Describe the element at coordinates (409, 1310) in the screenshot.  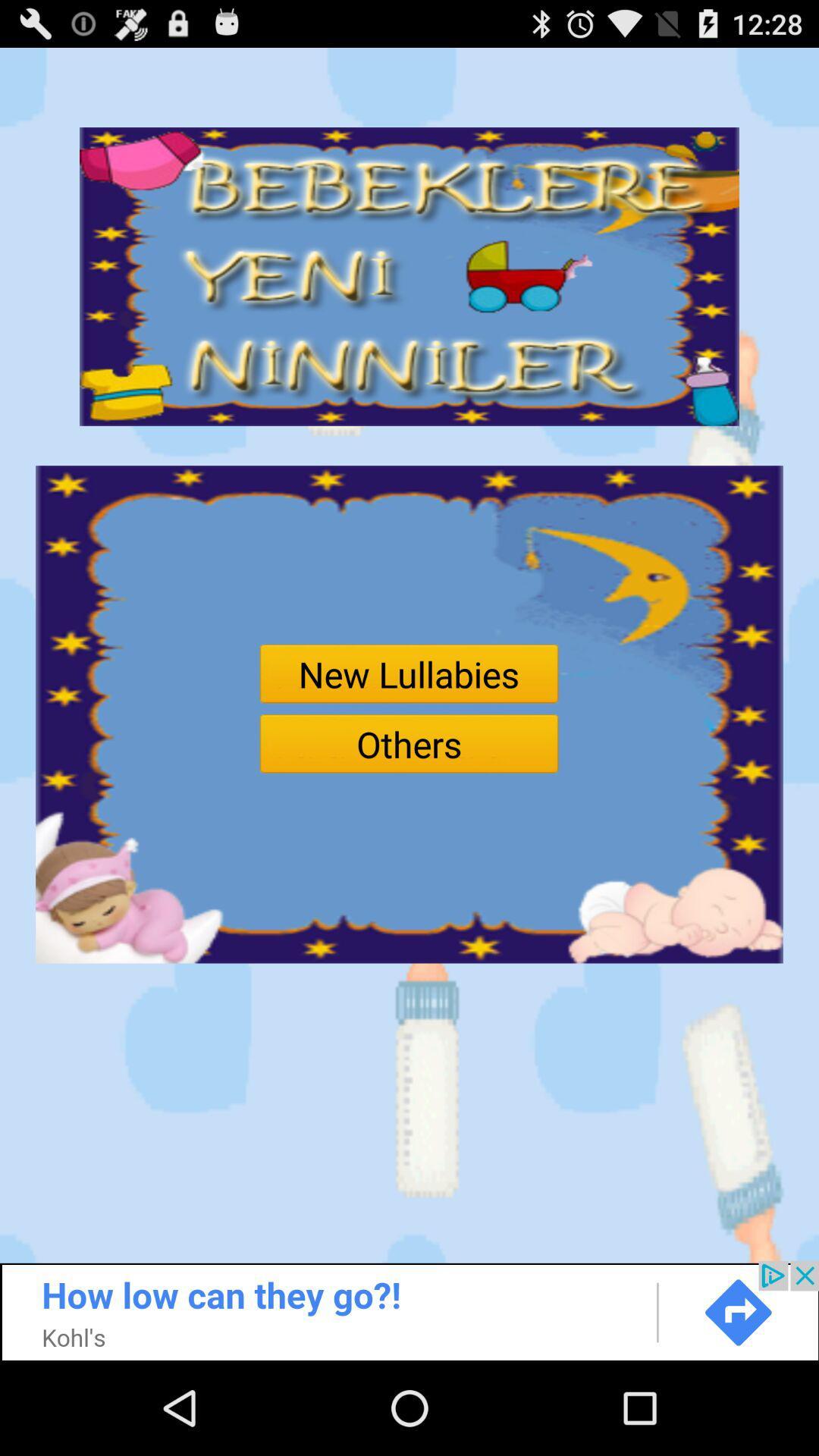
I see `announcement` at that location.